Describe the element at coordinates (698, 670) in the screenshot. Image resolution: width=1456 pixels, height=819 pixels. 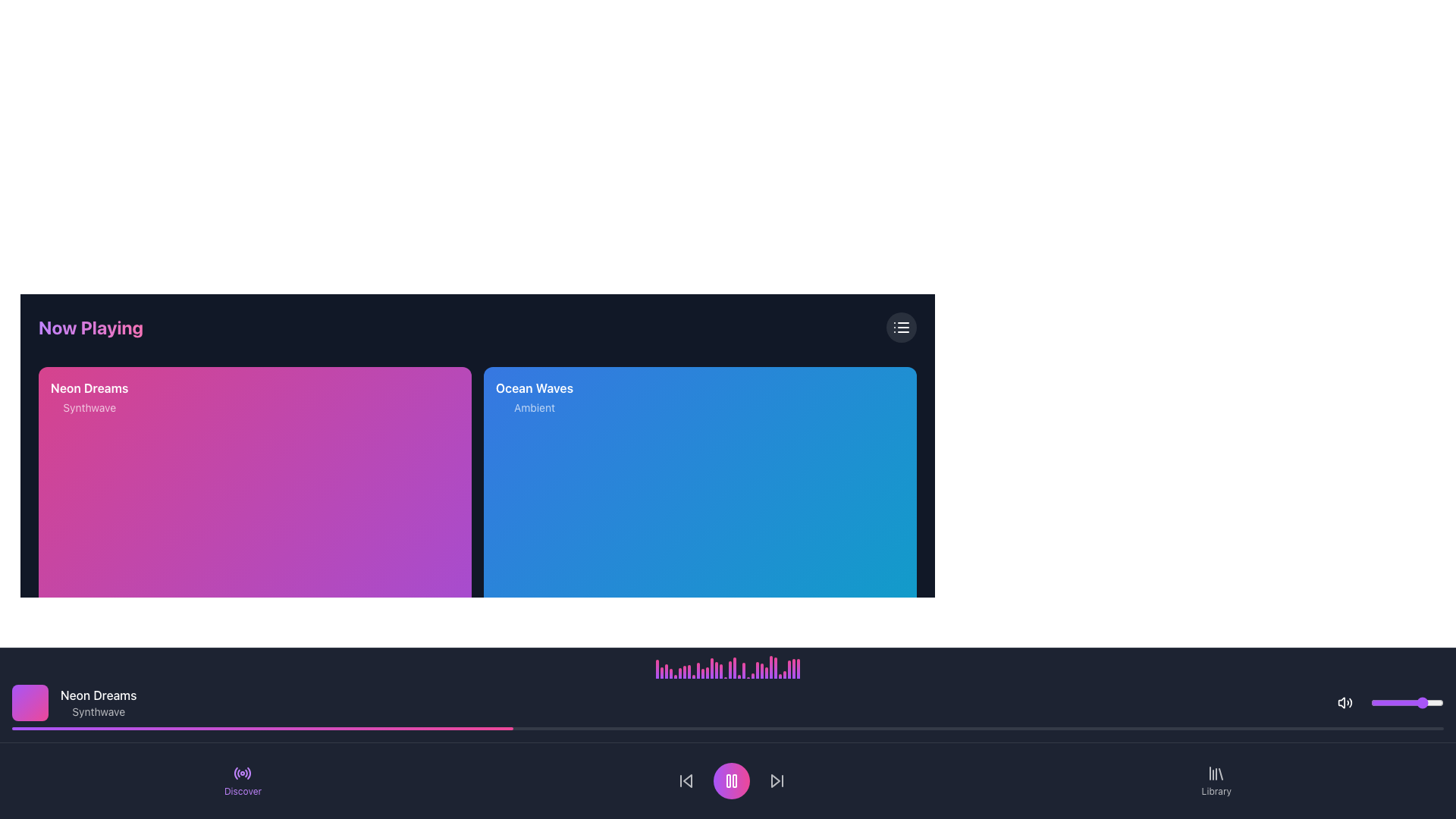
I see `the state of the tenth bar from the left in the horizontal bar chart, which represents a data point in the audio visualization` at that location.